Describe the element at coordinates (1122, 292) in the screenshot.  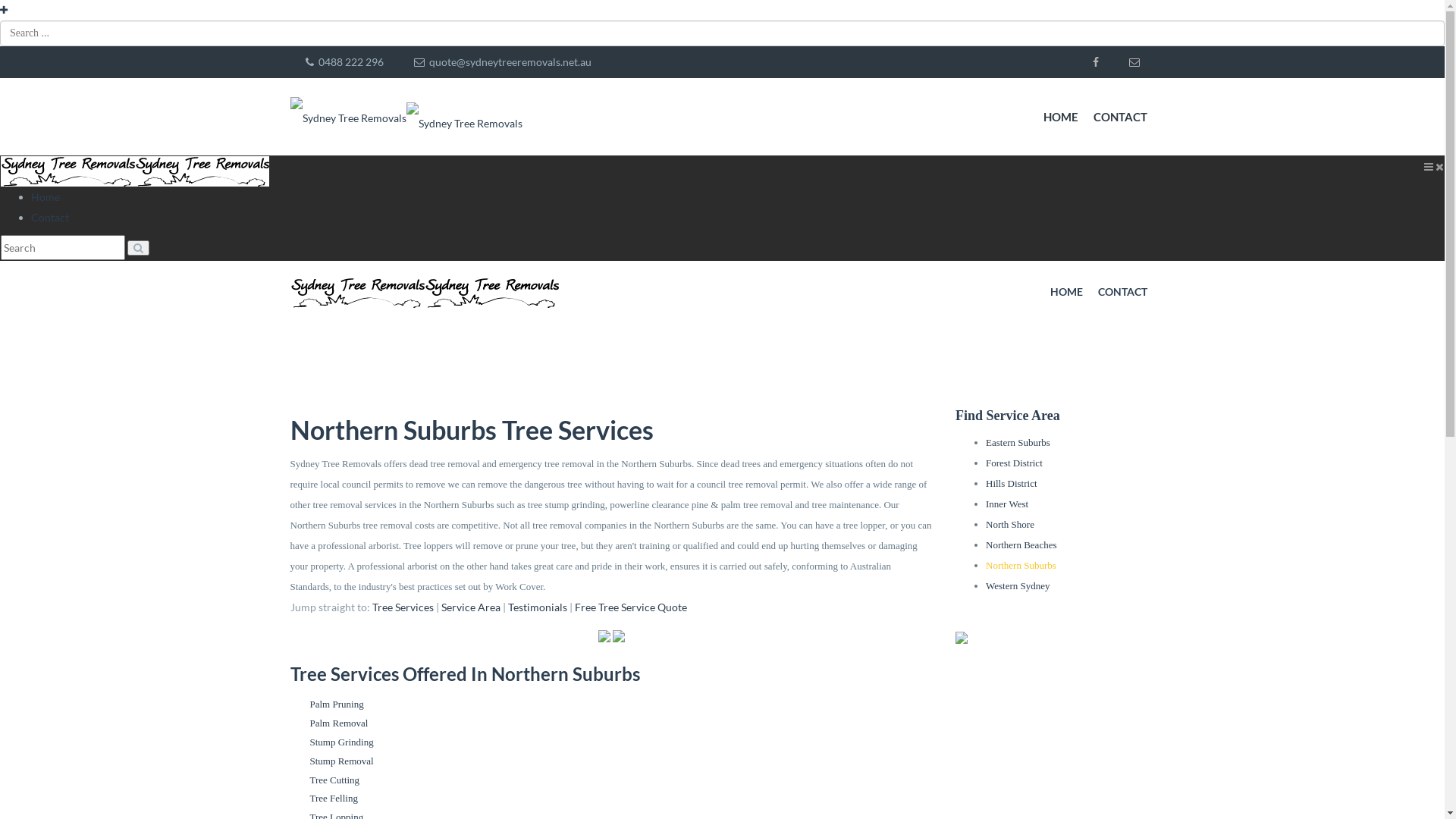
I see `'CONTACT'` at that location.